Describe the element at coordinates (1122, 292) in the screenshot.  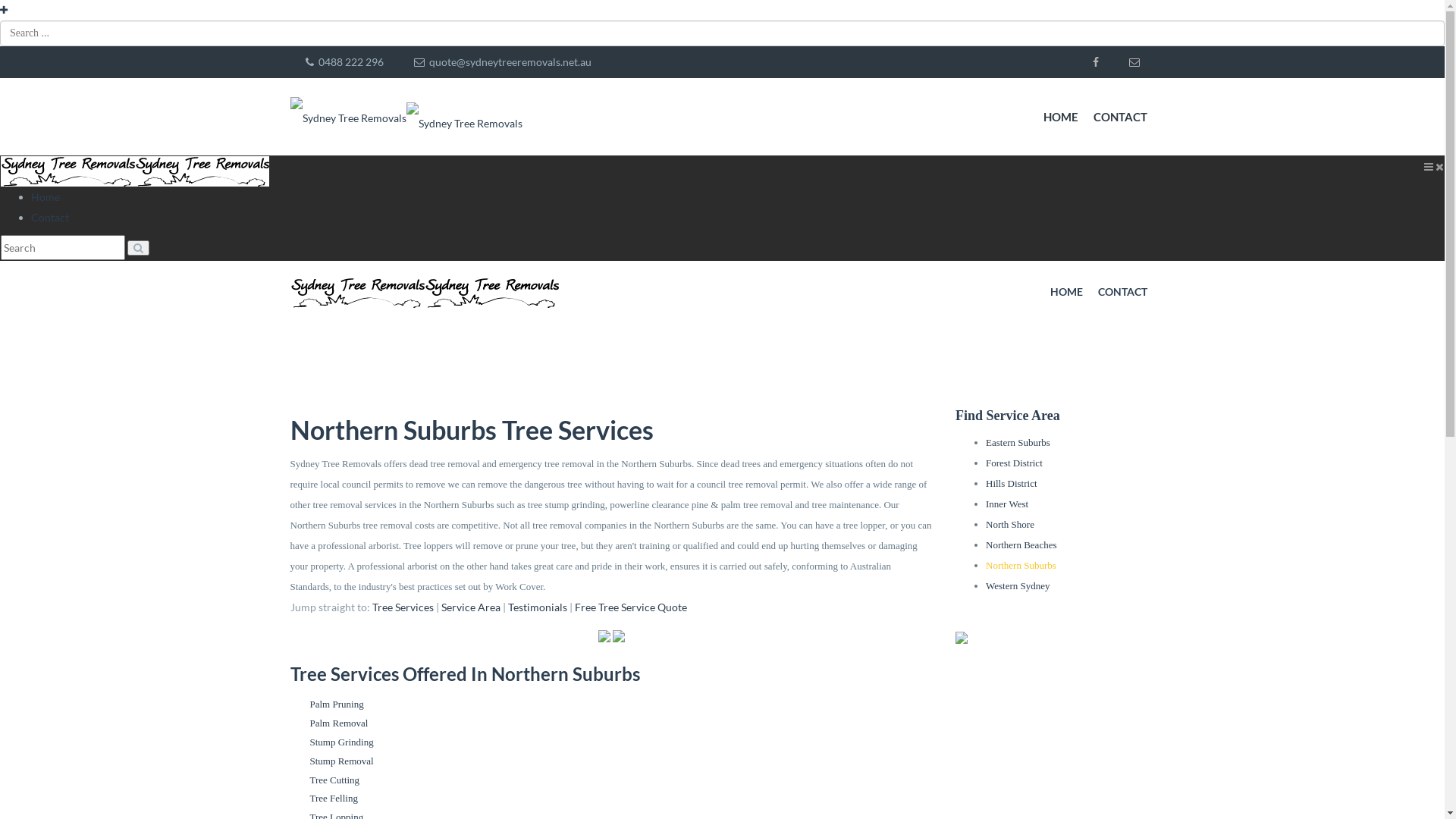
I see `'CONTACT'` at that location.